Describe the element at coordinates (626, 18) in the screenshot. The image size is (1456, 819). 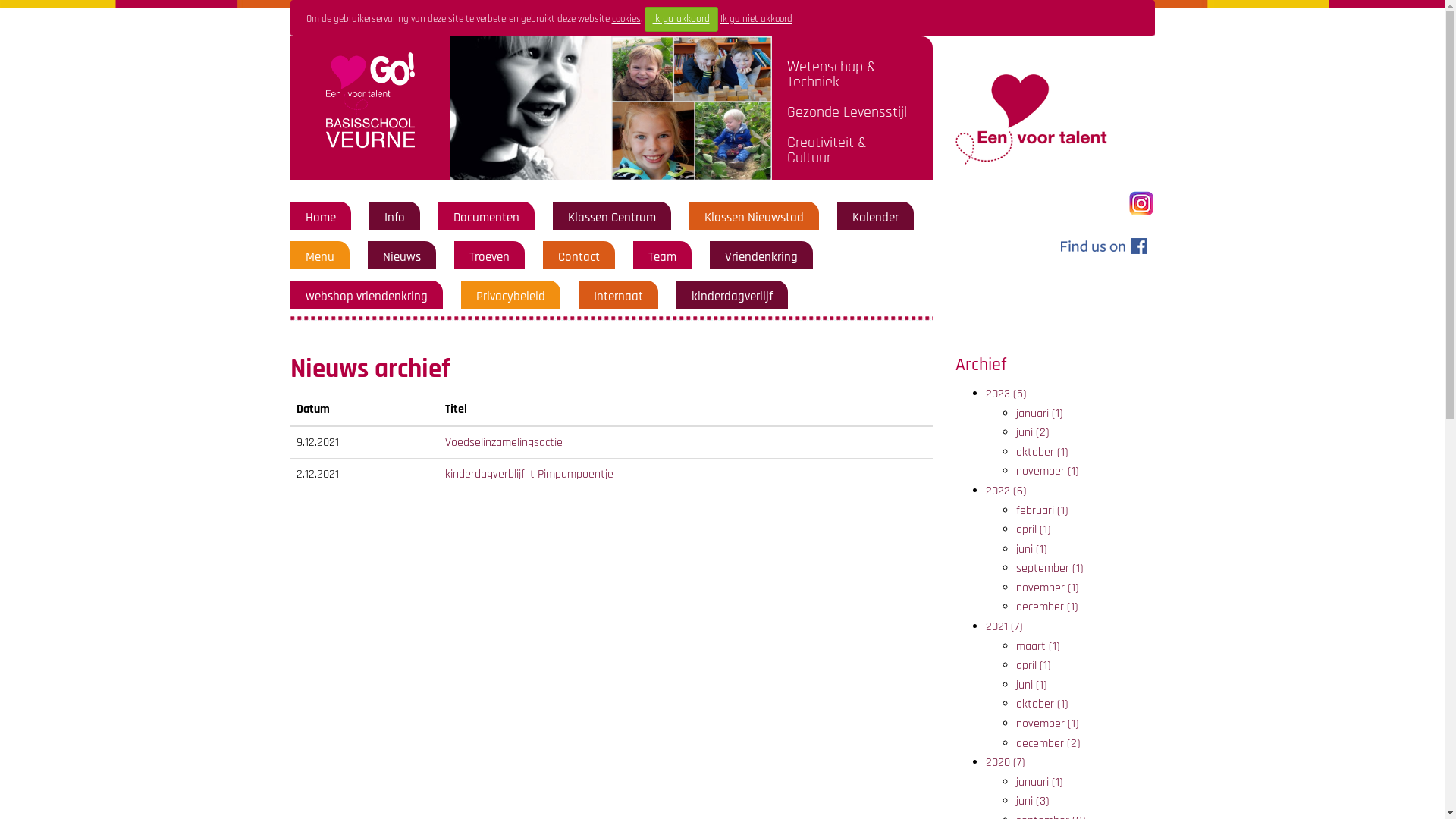
I see `'cookies'` at that location.